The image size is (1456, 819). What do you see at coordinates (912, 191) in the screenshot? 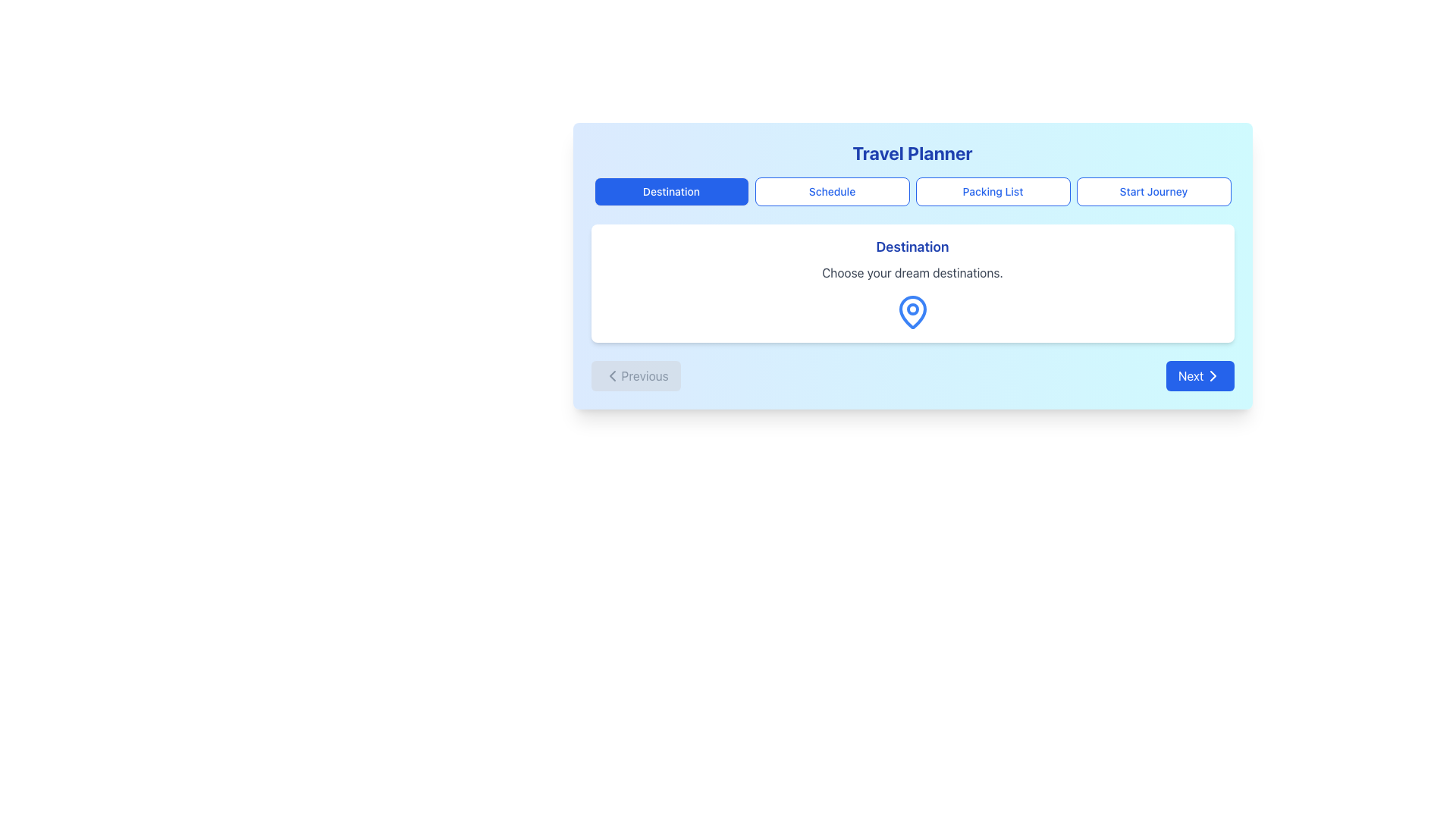
I see `an option in the navigation menu located beneath the 'Travel Planner' title` at bounding box center [912, 191].